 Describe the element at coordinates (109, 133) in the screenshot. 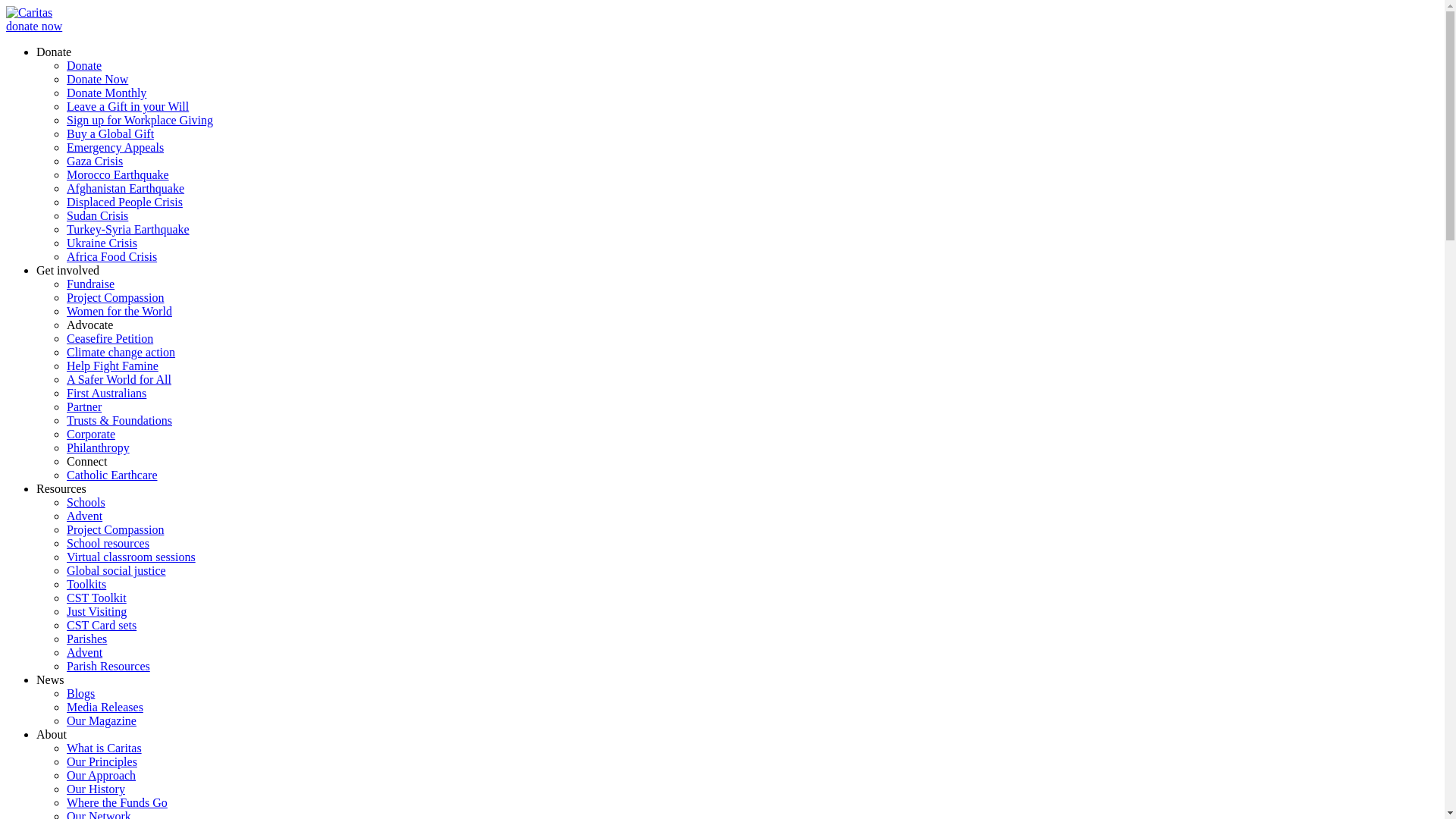

I see `'Buy a Global Gift'` at that location.